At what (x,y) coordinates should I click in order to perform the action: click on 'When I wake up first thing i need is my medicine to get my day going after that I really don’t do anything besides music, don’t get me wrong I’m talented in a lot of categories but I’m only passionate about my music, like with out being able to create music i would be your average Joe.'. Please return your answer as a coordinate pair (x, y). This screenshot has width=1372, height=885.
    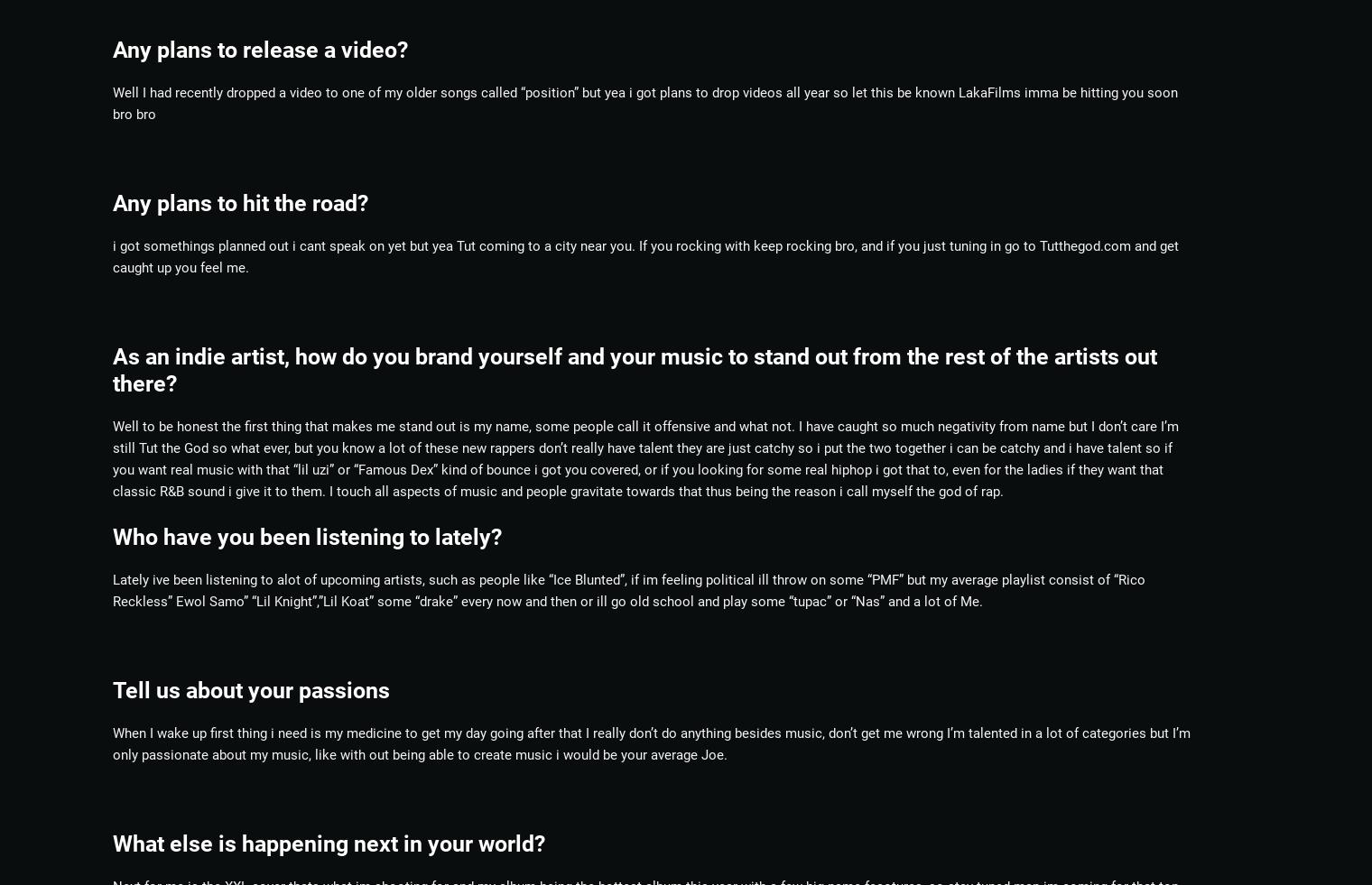
    Looking at the image, I should click on (652, 743).